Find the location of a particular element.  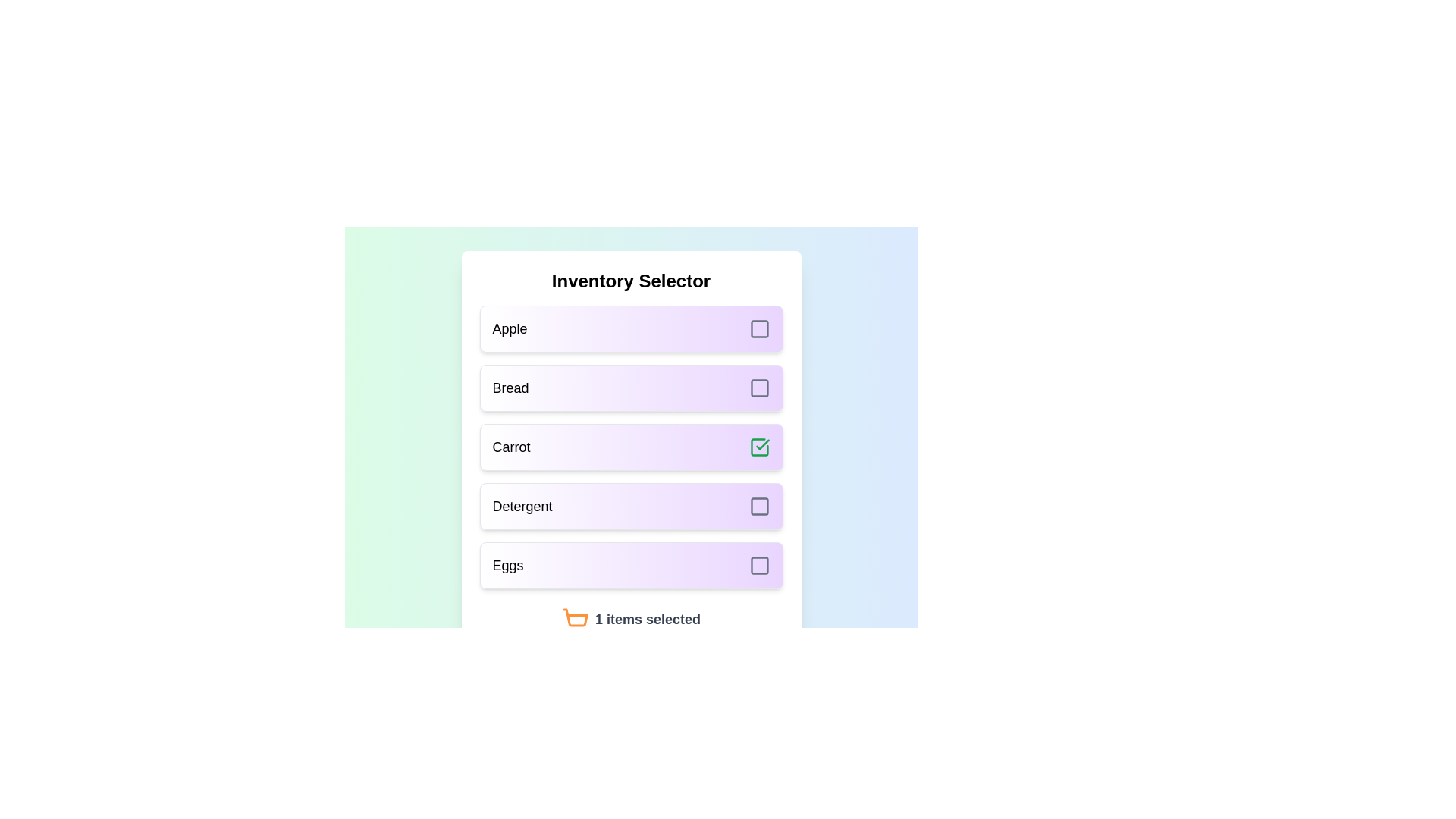

the list item Bread is located at coordinates (631, 388).